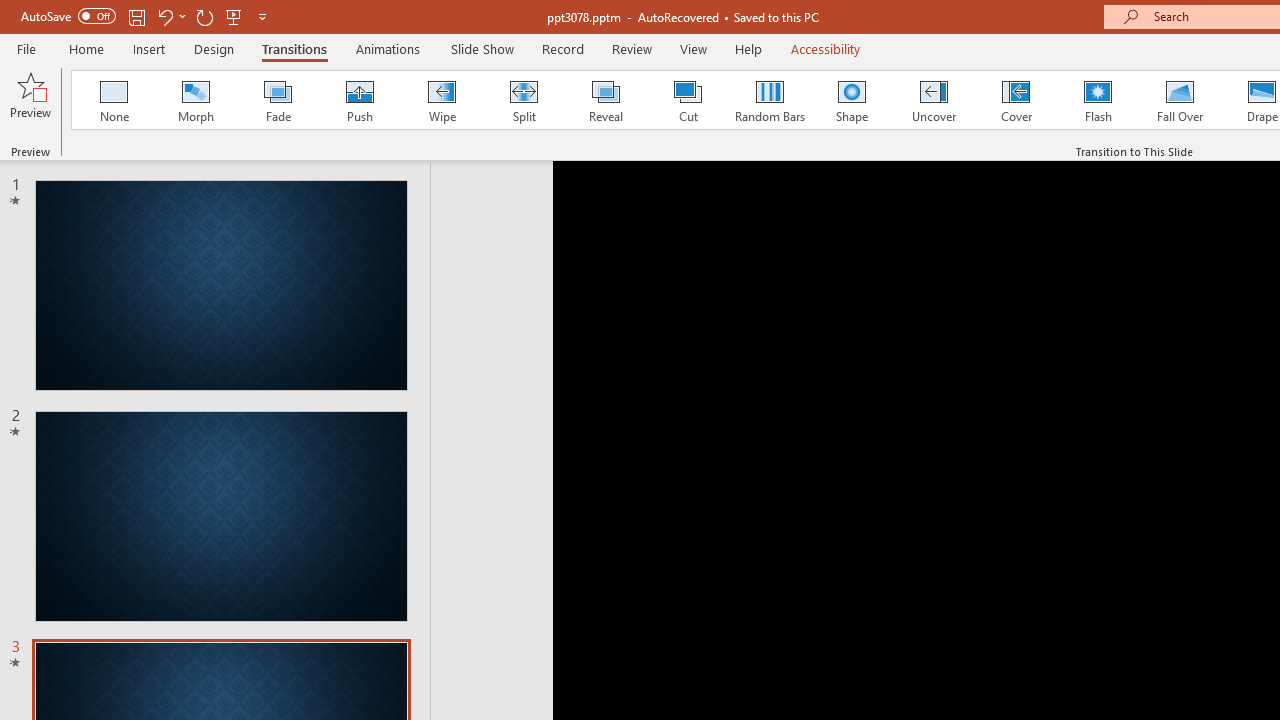  I want to click on 'Reveal', so click(604, 100).